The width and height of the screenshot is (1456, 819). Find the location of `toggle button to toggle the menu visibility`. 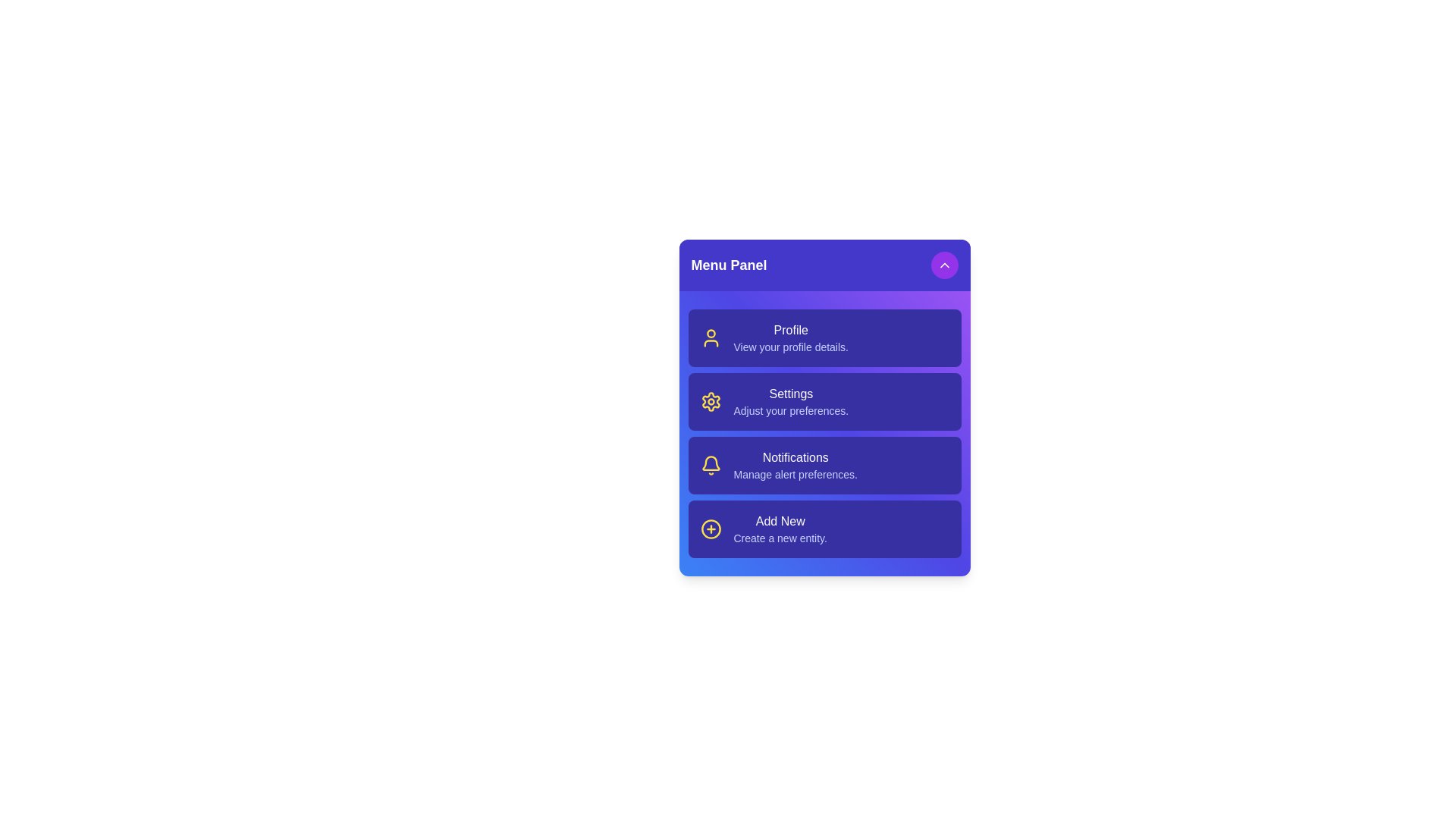

toggle button to toggle the menu visibility is located at coordinates (943, 265).